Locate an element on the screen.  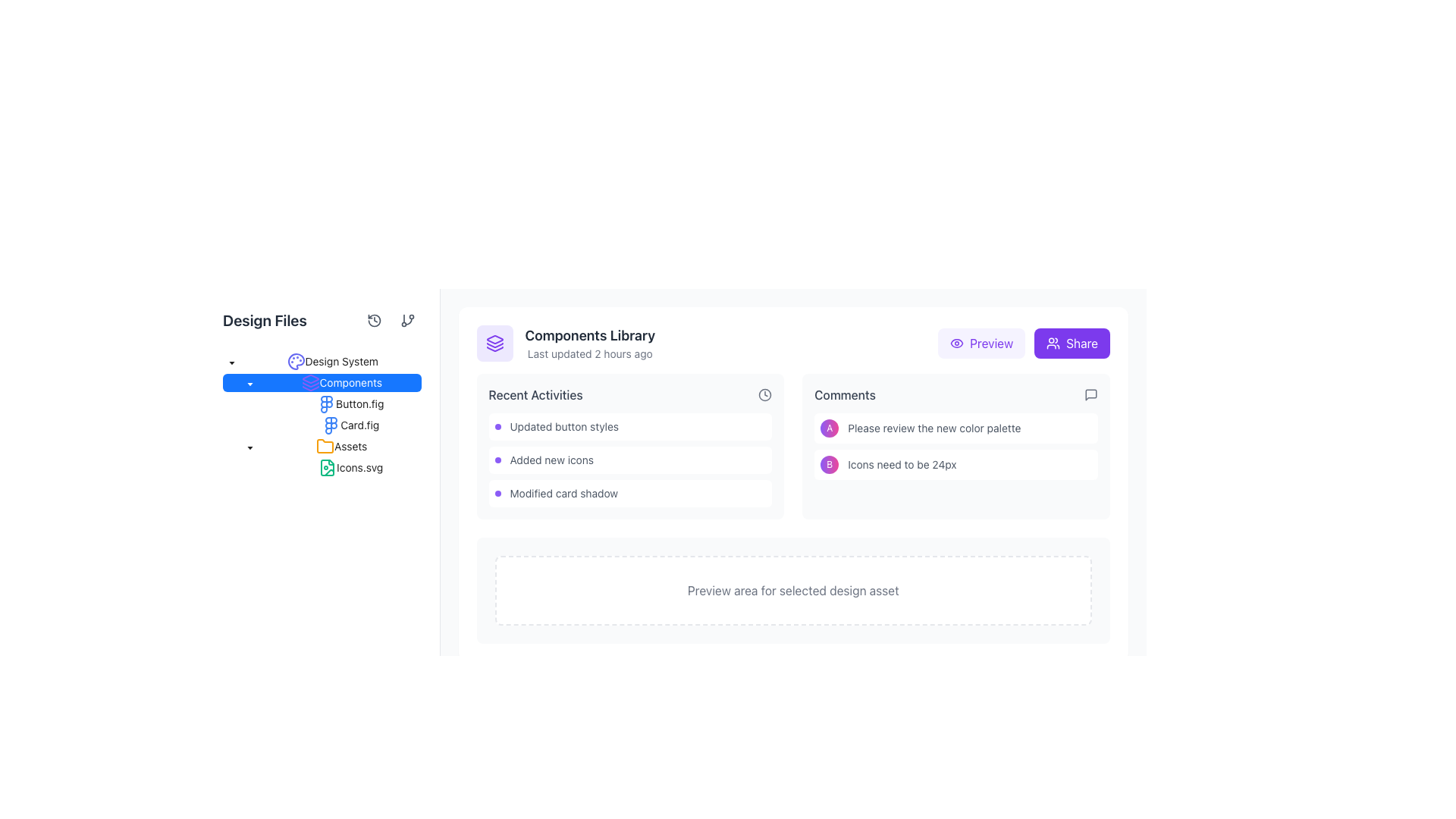
the toggle switch icon is located at coordinates (250, 382).